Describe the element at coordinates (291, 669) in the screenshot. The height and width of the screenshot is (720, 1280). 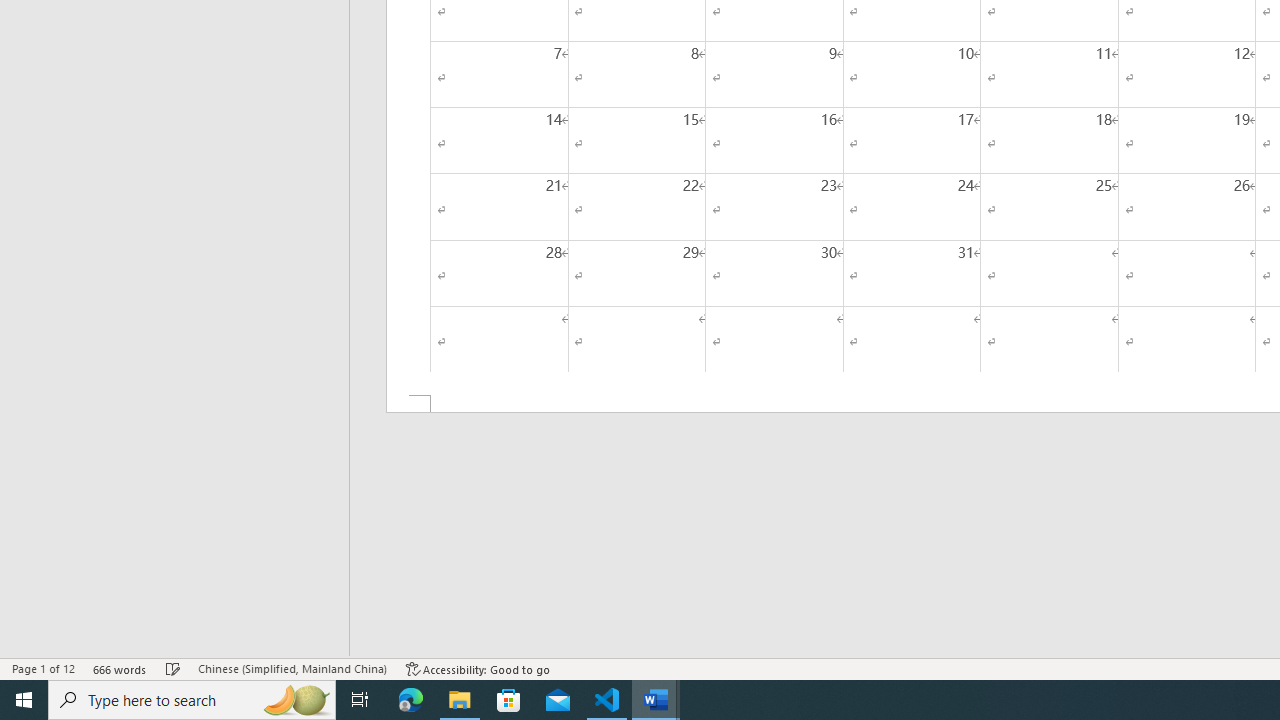
I see `'Language Chinese (Simplified, Mainland China)'` at that location.